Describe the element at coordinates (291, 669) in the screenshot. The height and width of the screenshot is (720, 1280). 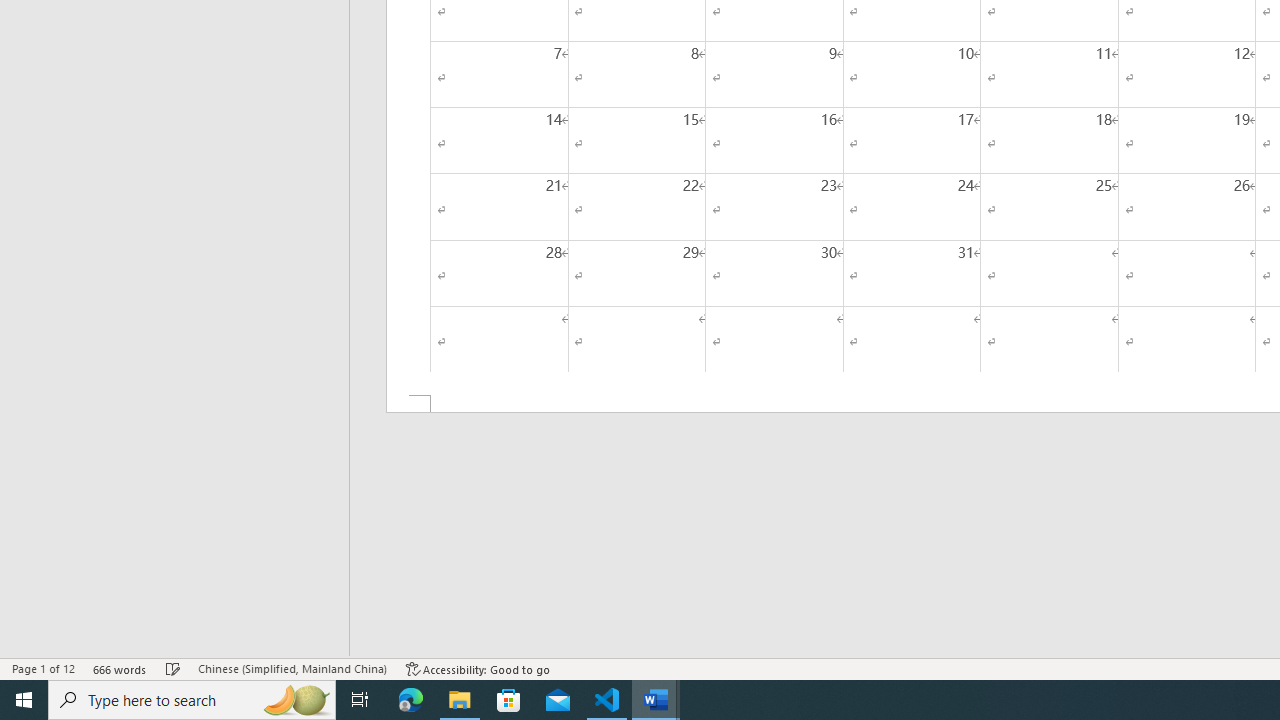
I see `'Language Chinese (Simplified, Mainland China)'` at that location.